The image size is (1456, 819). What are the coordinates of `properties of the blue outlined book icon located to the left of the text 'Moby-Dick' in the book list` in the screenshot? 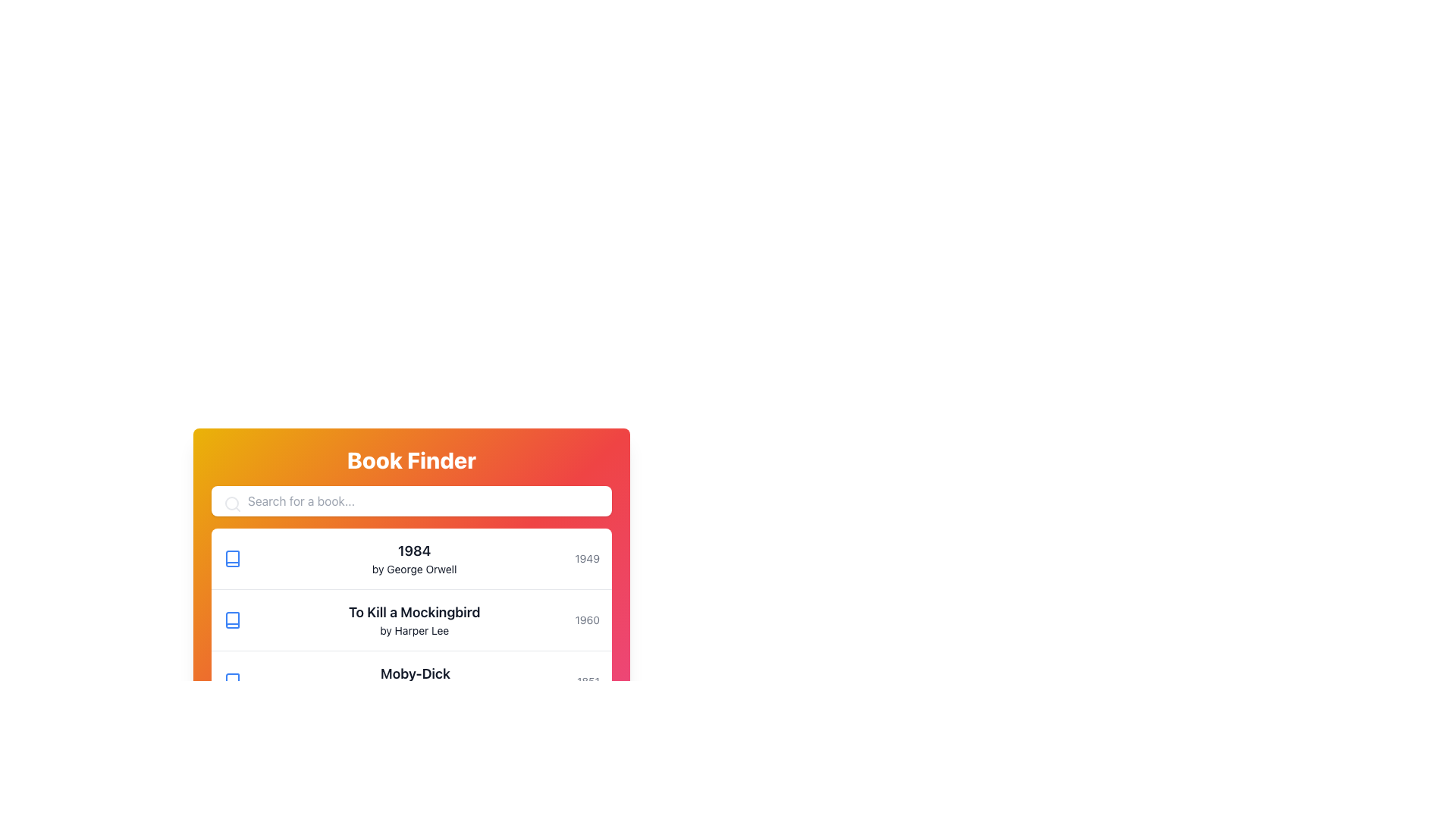 It's located at (232, 680).